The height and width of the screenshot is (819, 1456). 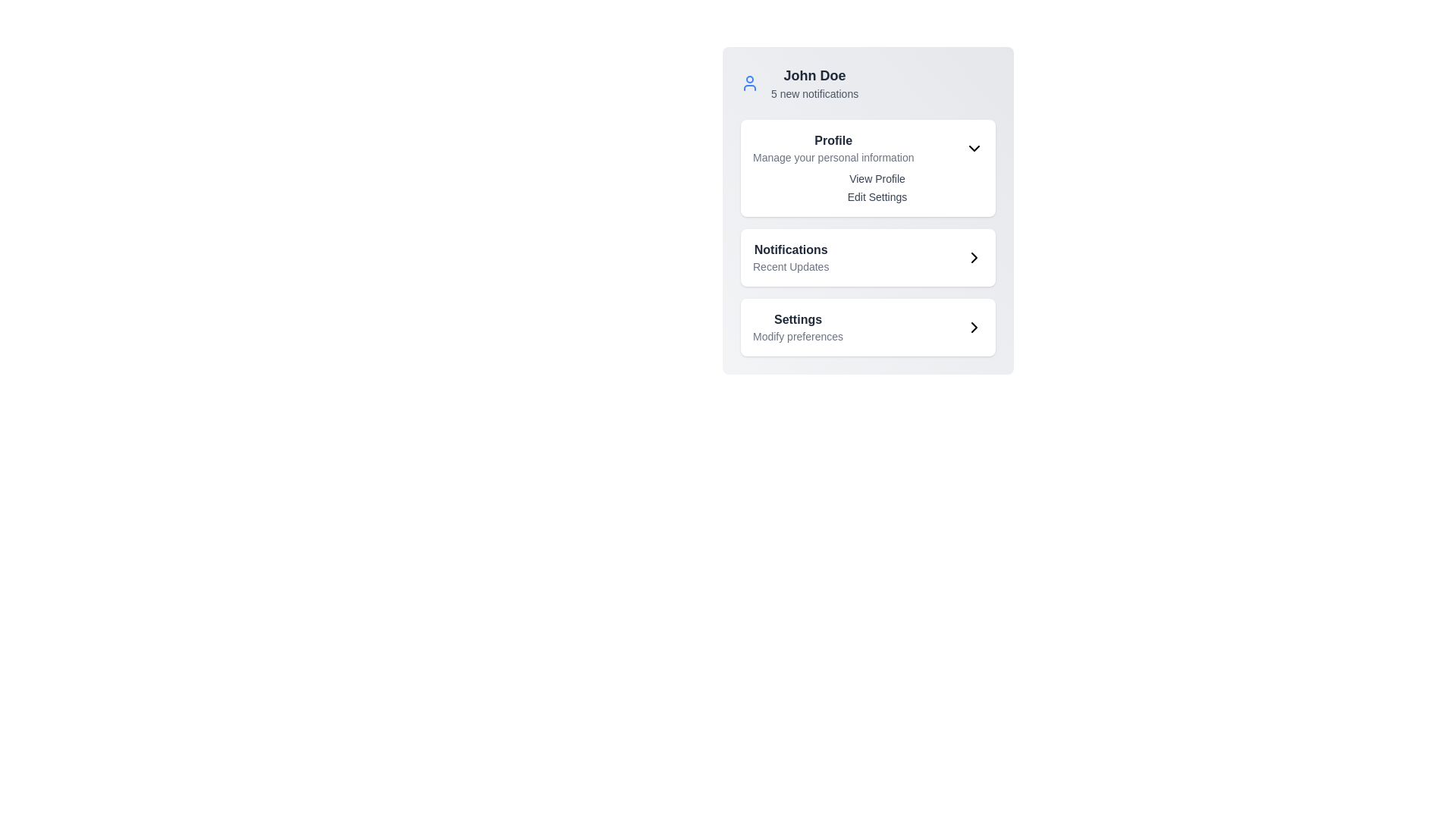 I want to click on the Text Label that serves as a title and descriptor for a settings-related option, located below the 'Notifications' section and above a rightward arrow icon, so click(x=797, y=327).